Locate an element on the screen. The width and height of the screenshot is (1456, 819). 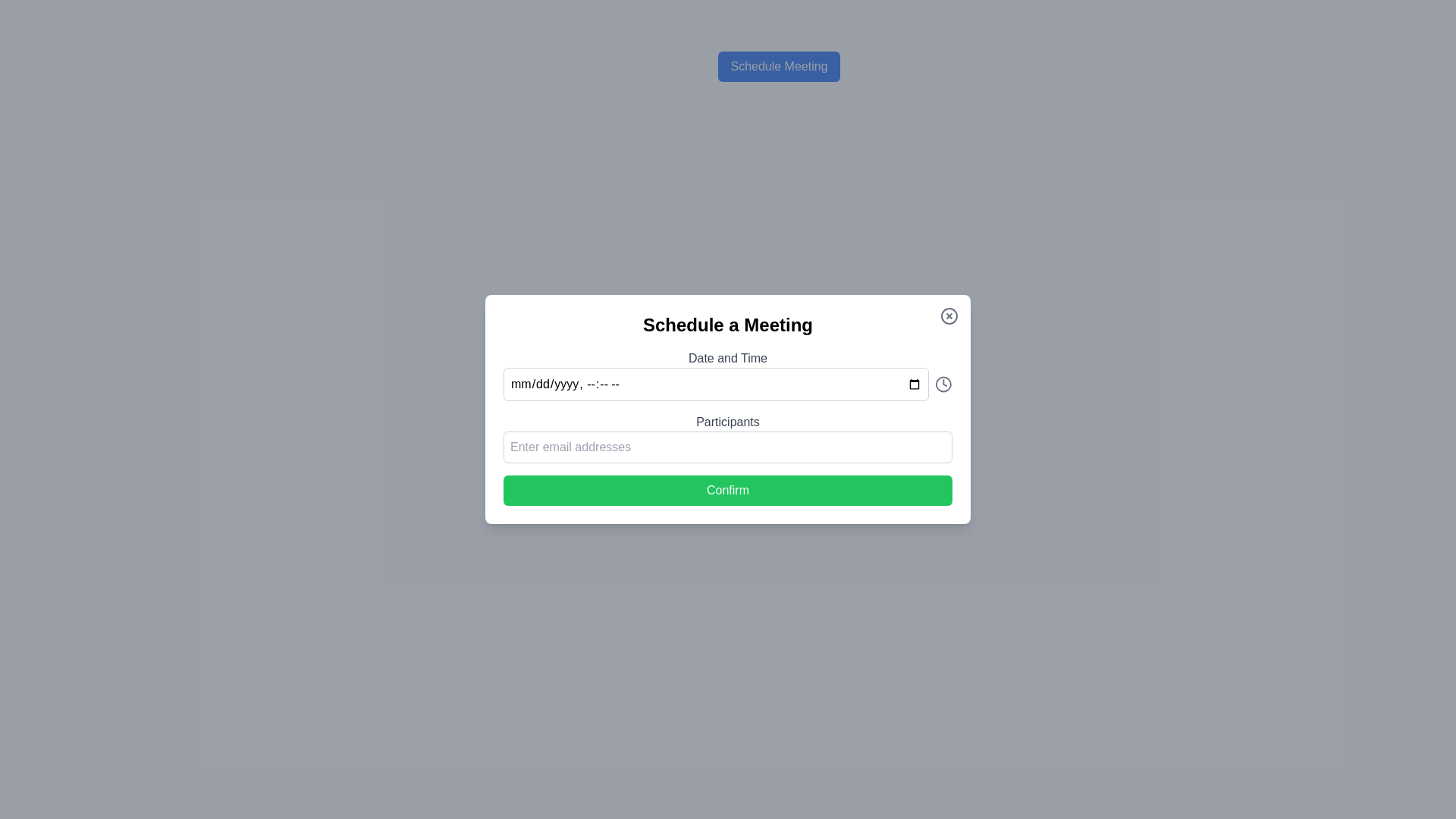
the circular icon button with a stroke outline located in the top-right corner of the 'Schedule a Meeting' modal is located at coordinates (949, 315).